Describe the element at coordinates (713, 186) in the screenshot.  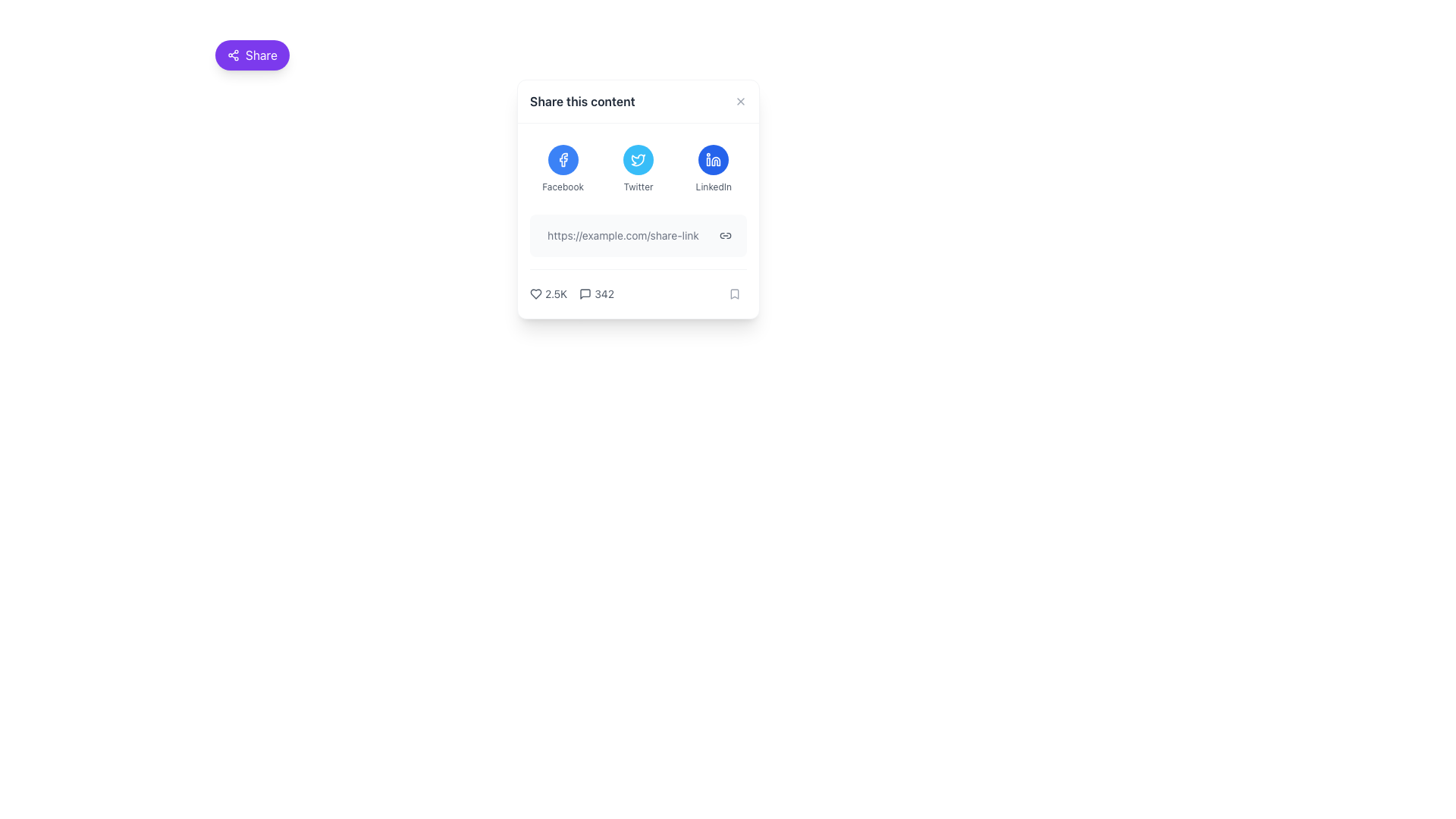
I see `the 'LinkedIn' text label, which signifies the name of the LinkedIn sharing option, located centrally under its corresponding icon` at that location.